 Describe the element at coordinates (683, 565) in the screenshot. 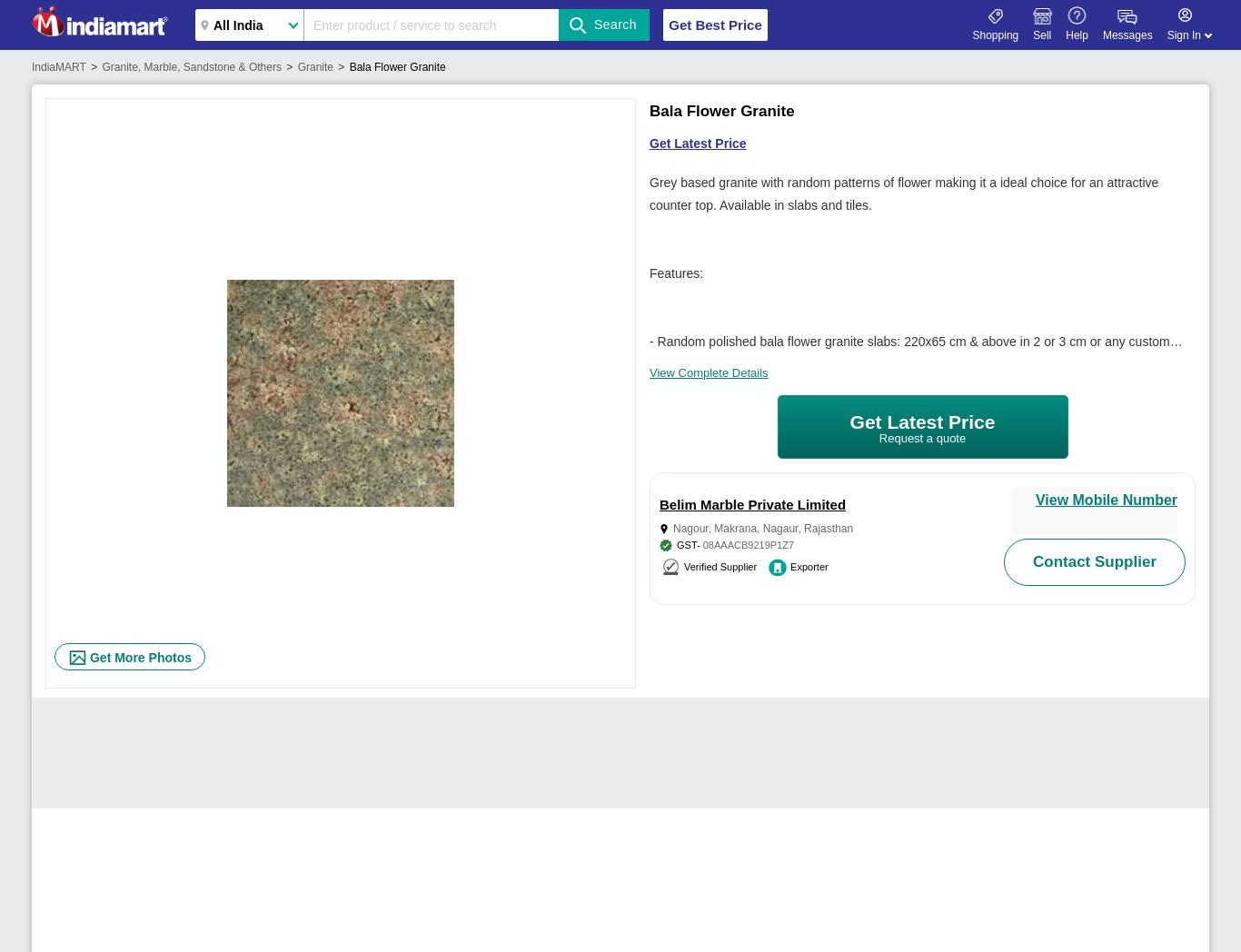

I see `'Verified Supplier'` at that location.